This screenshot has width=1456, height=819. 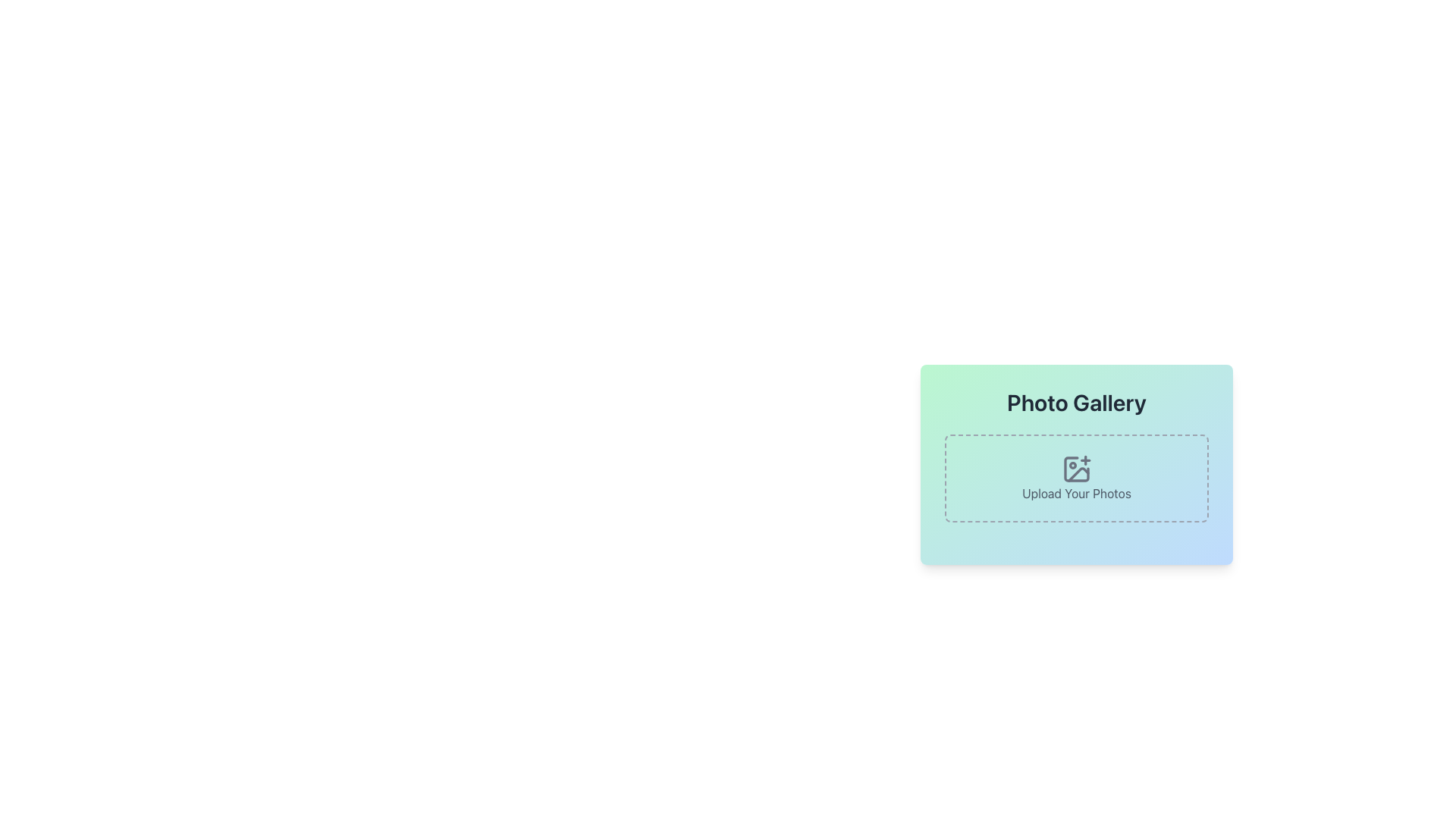 I want to click on the SVG plus sign icon that is centrally positioned above the text 'Upload Your Photos' within a dashed-bordered rectangular card, so click(x=1076, y=468).